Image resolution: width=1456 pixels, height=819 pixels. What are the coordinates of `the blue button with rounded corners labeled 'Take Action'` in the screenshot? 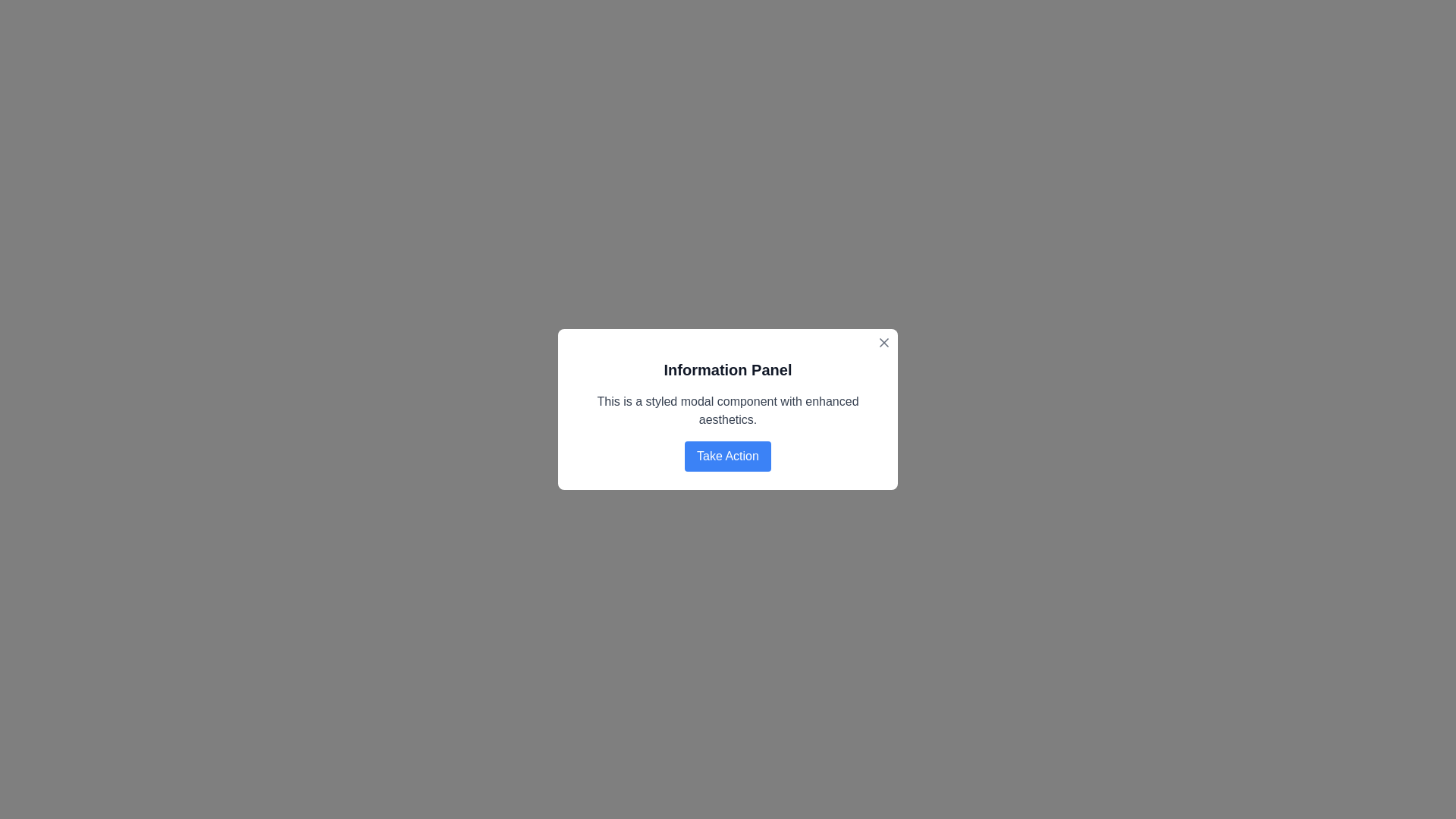 It's located at (728, 455).